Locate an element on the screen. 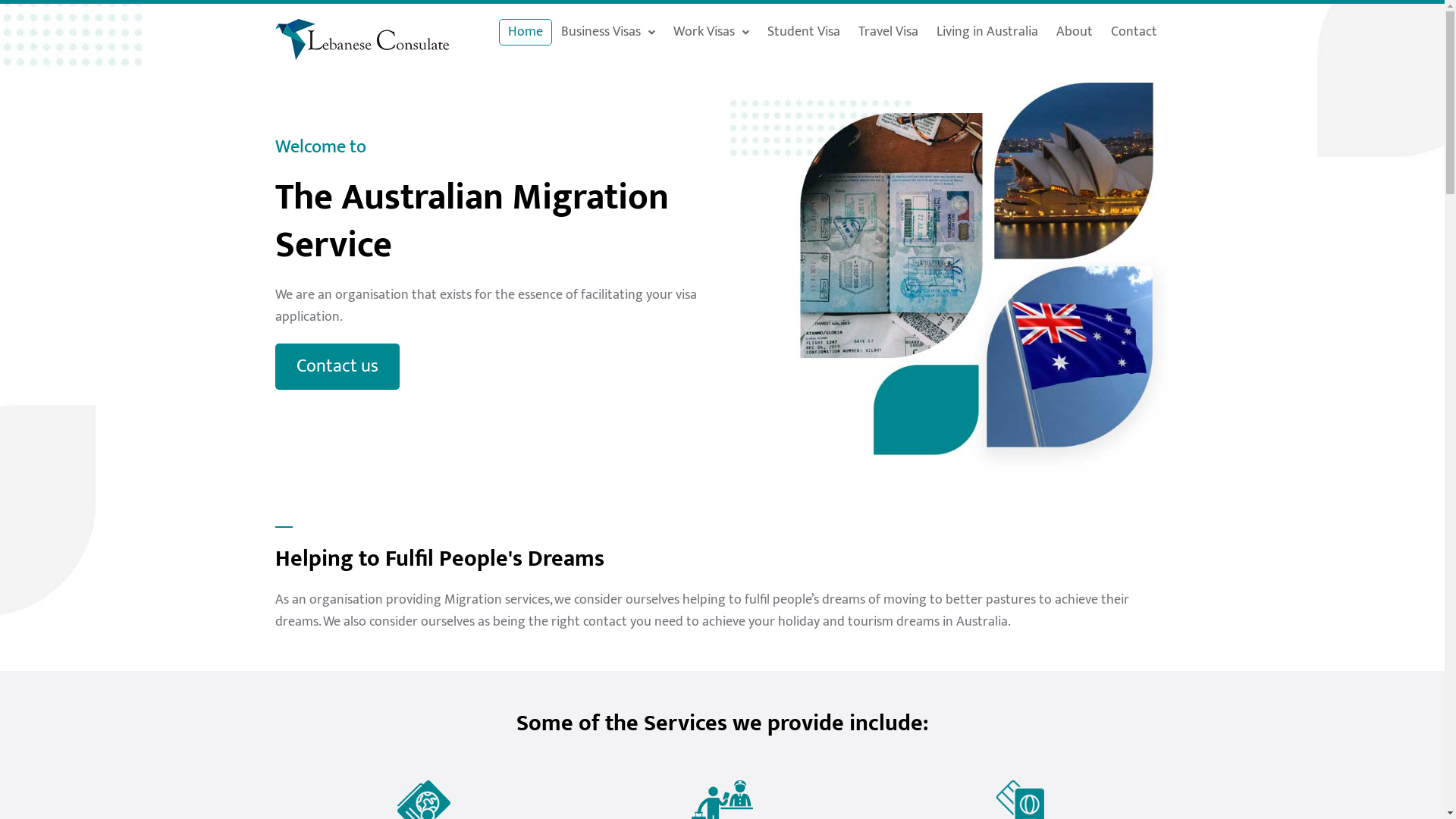 The width and height of the screenshot is (1456, 819). 'Work Visas' is located at coordinates (710, 32).